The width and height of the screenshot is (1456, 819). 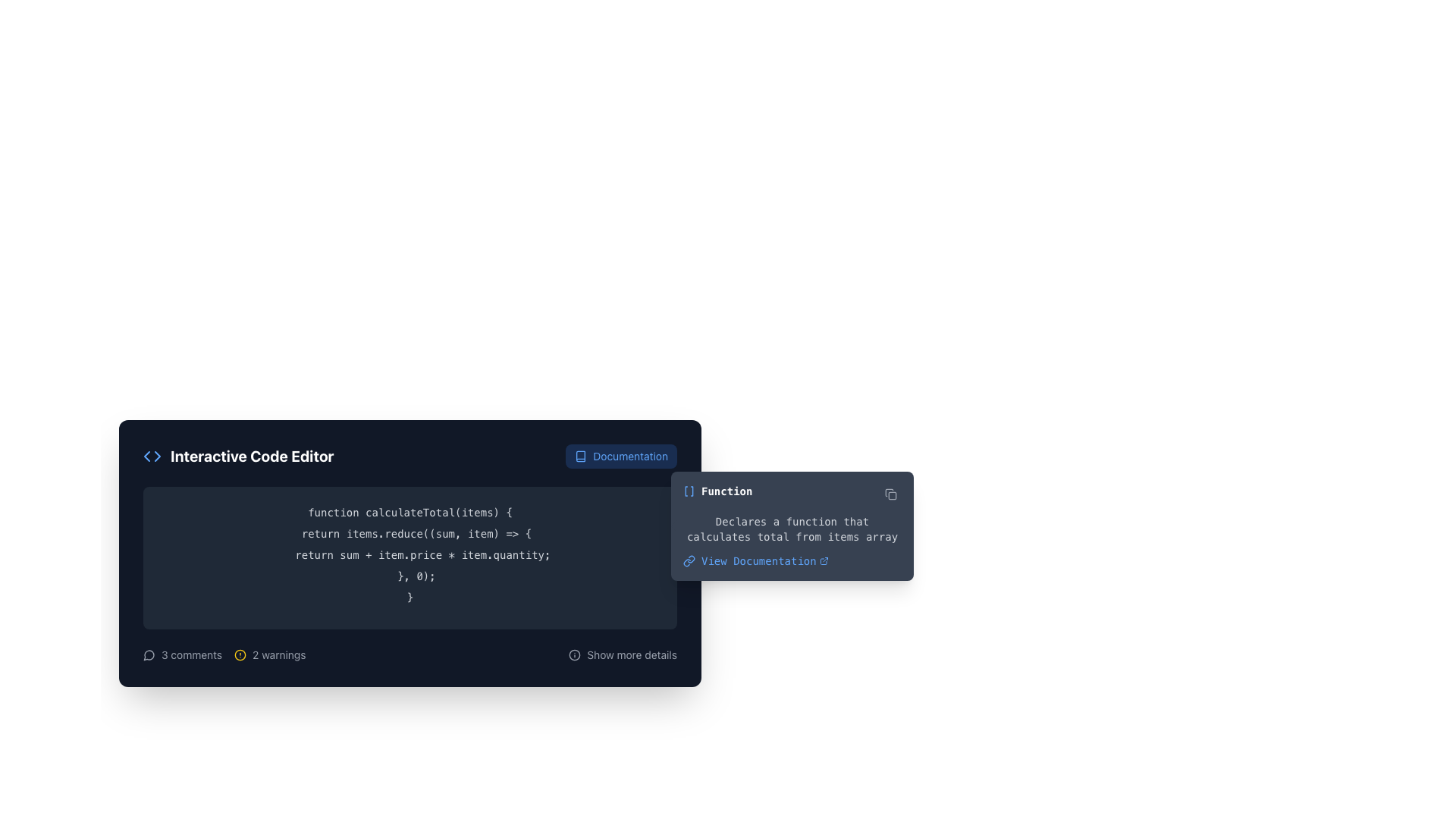 I want to click on the message icon located in the bottom-left region of the interactive code editor area, which signifies the presence of comments or messages, so click(x=149, y=654).